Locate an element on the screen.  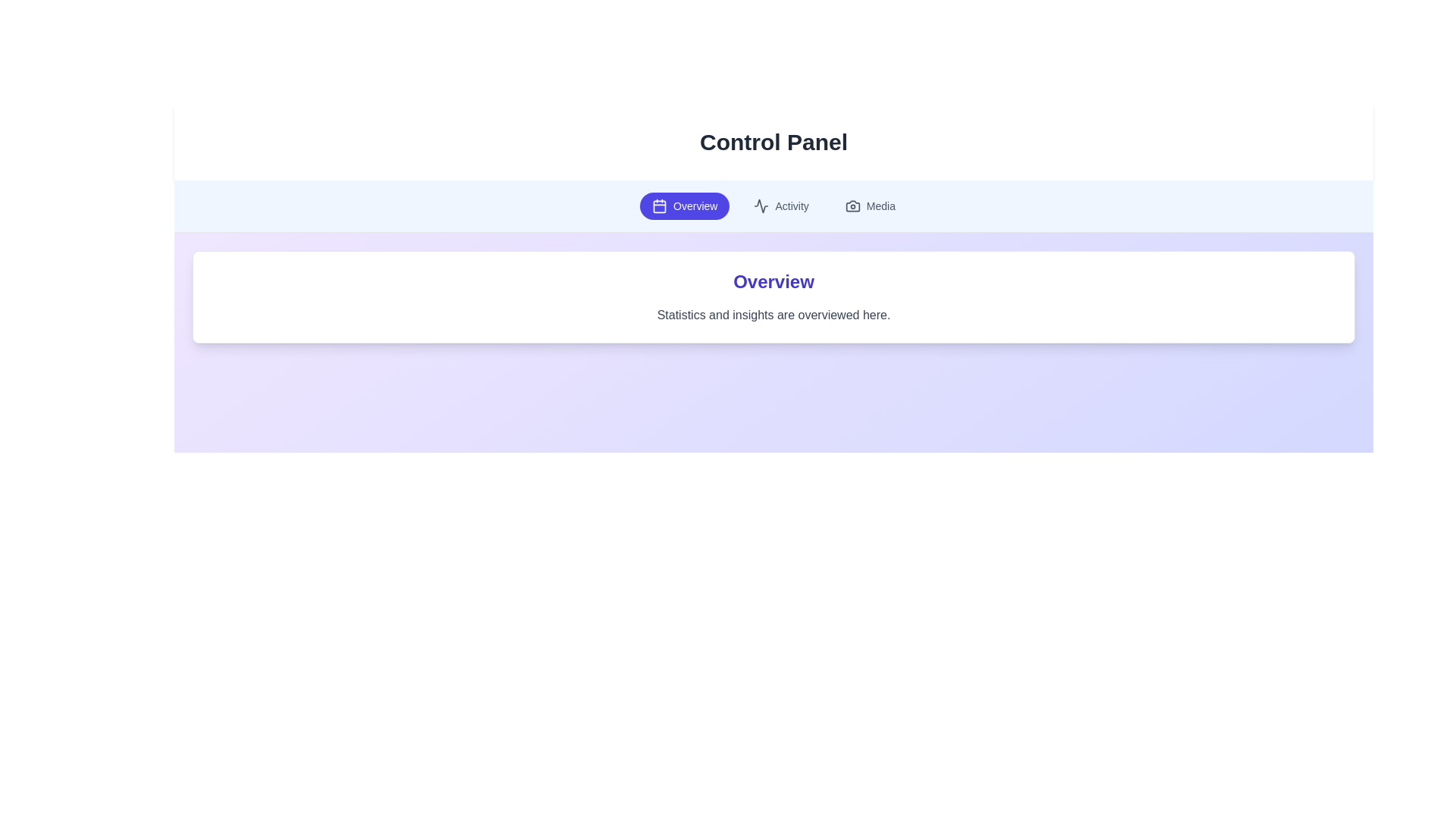
the 'Media' button, which is a full-width rounded button with a light gray text color and a camera icon on the left, located in the top navigation bar is located at coordinates (870, 206).